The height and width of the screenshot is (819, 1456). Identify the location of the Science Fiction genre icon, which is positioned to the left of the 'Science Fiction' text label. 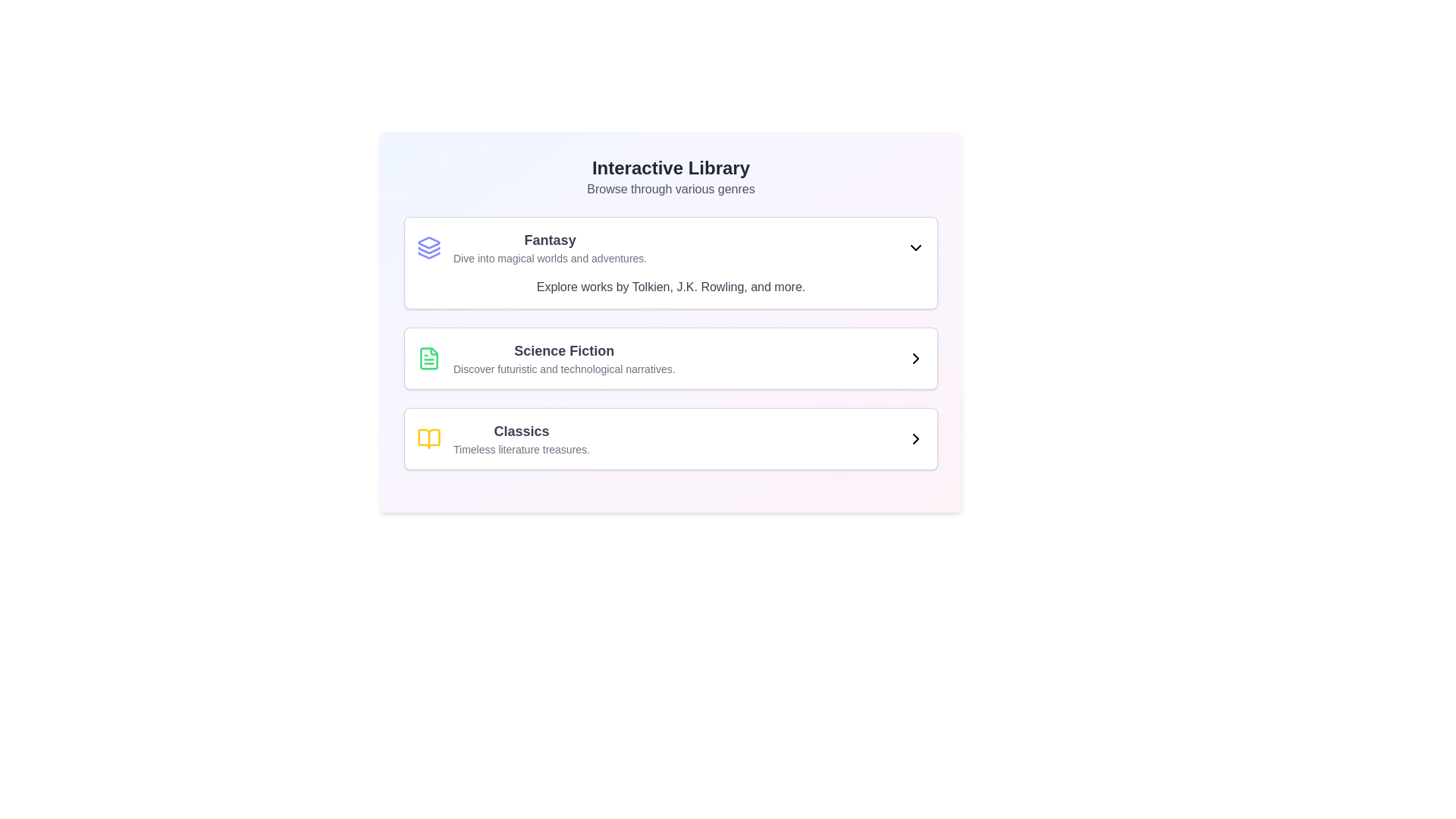
(428, 359).